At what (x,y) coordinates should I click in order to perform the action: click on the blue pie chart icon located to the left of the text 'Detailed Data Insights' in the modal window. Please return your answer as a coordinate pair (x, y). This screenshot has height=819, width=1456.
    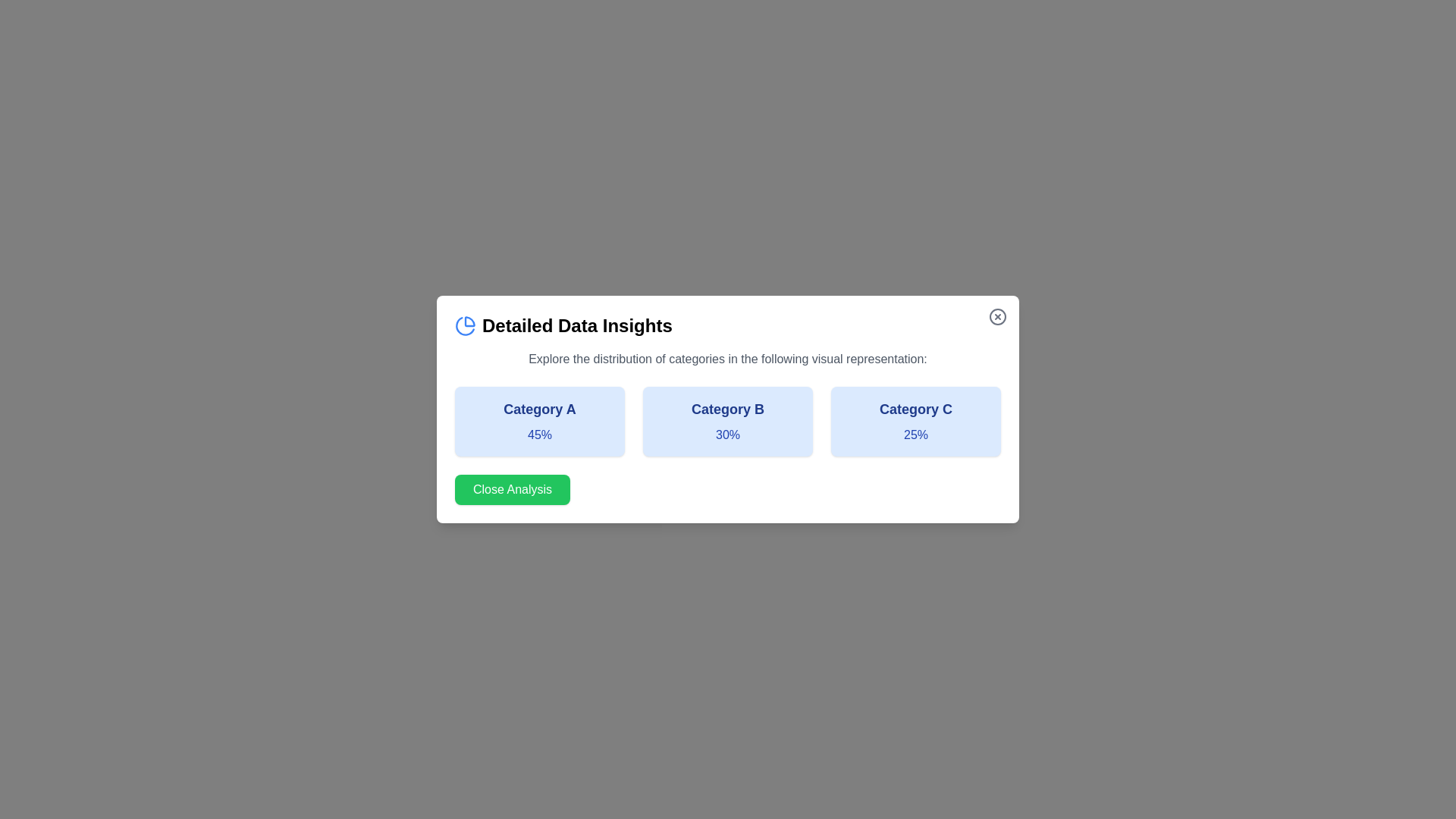
    Looking at the image, I should click on (465, 325).